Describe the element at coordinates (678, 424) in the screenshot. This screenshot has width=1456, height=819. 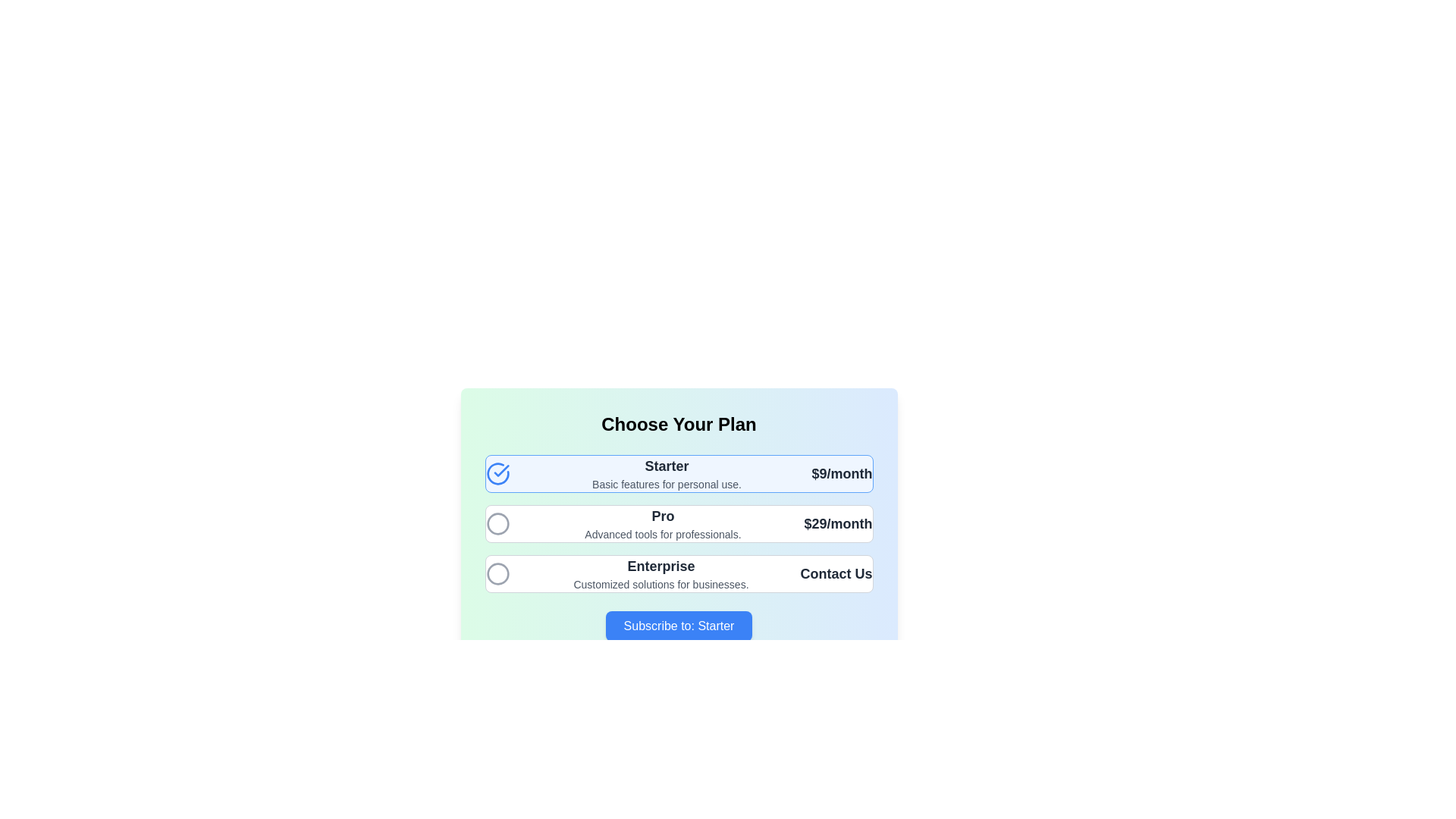
I see `displayed text 'Choose Your Plan' from the prominently styled text label at the top of the pricing card component` at that location.